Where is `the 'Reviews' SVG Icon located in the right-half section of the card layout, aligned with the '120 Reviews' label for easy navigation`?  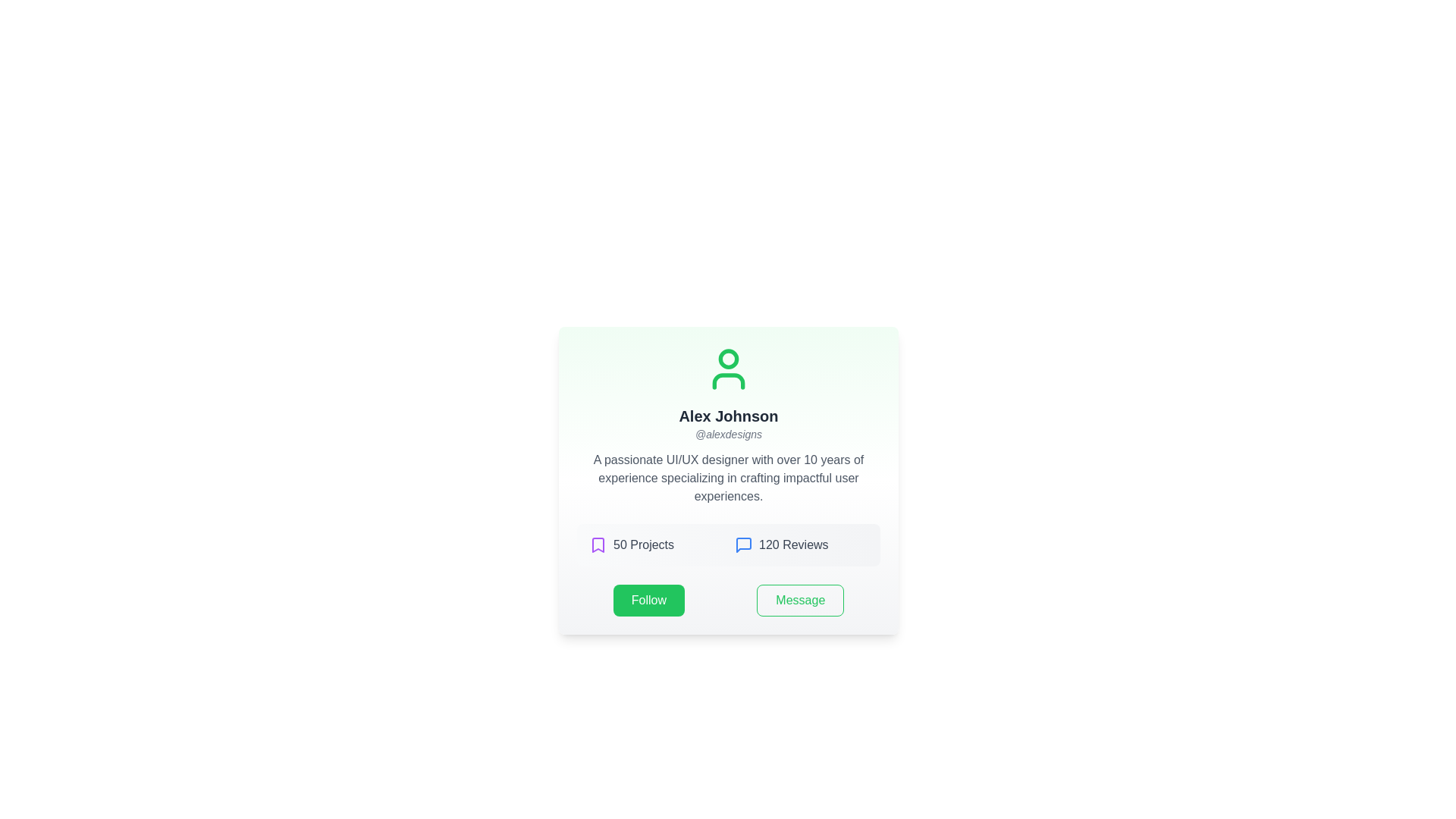
the 'Reviews' SVG Icon located in the right-half section of the card layout, aligned with the '120 Reviews' label for easy navigation is located at coordinates (743, 544).